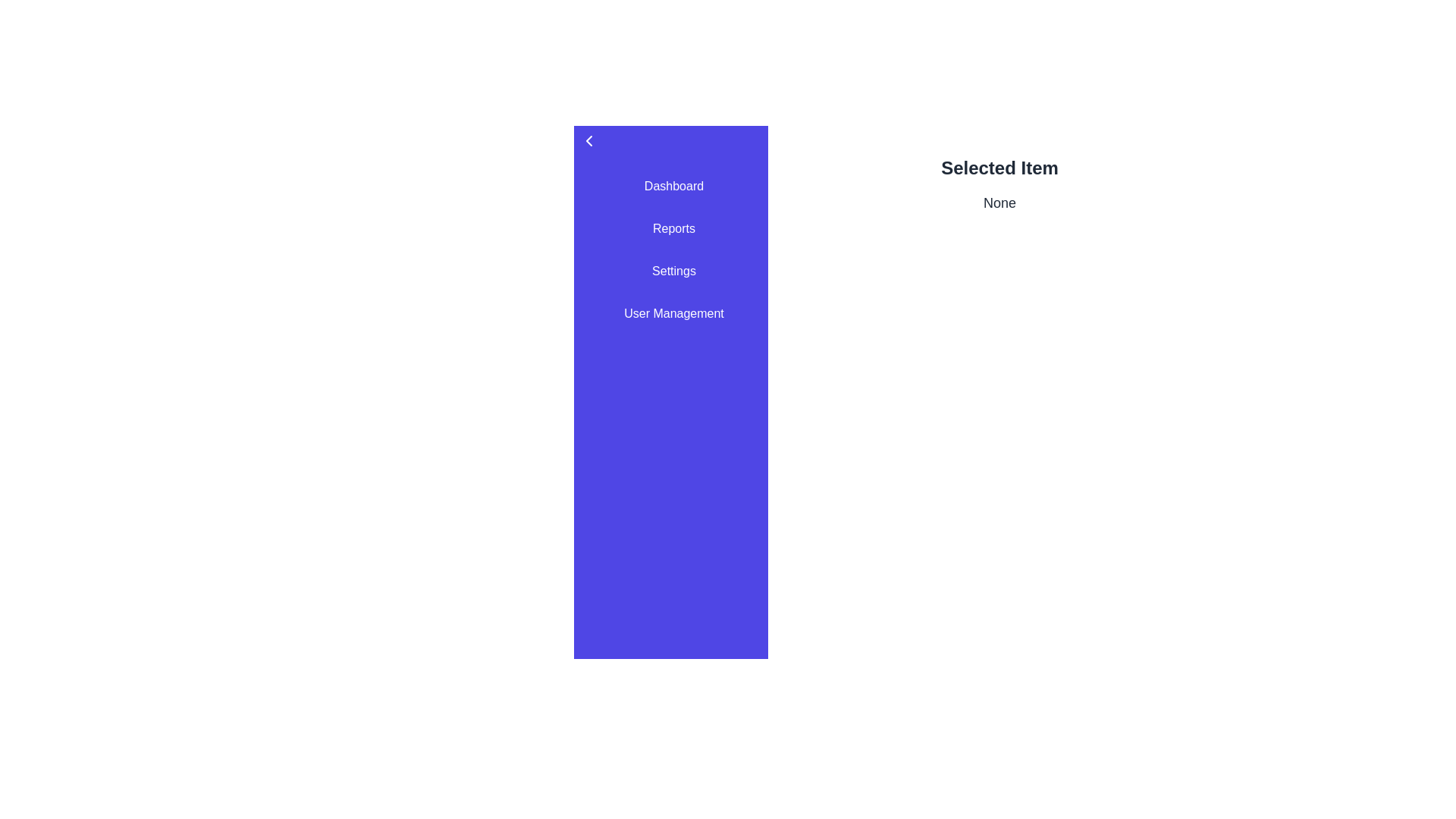 The width and height of the screenshot is (1456, 819). What do you see at coordinates (673, 271) in the screenshot?
I see `the third button in the vertical list of sidebar buttons located between the 'Reports' and 'User Management' buttons` at bounding box center [673, 271].